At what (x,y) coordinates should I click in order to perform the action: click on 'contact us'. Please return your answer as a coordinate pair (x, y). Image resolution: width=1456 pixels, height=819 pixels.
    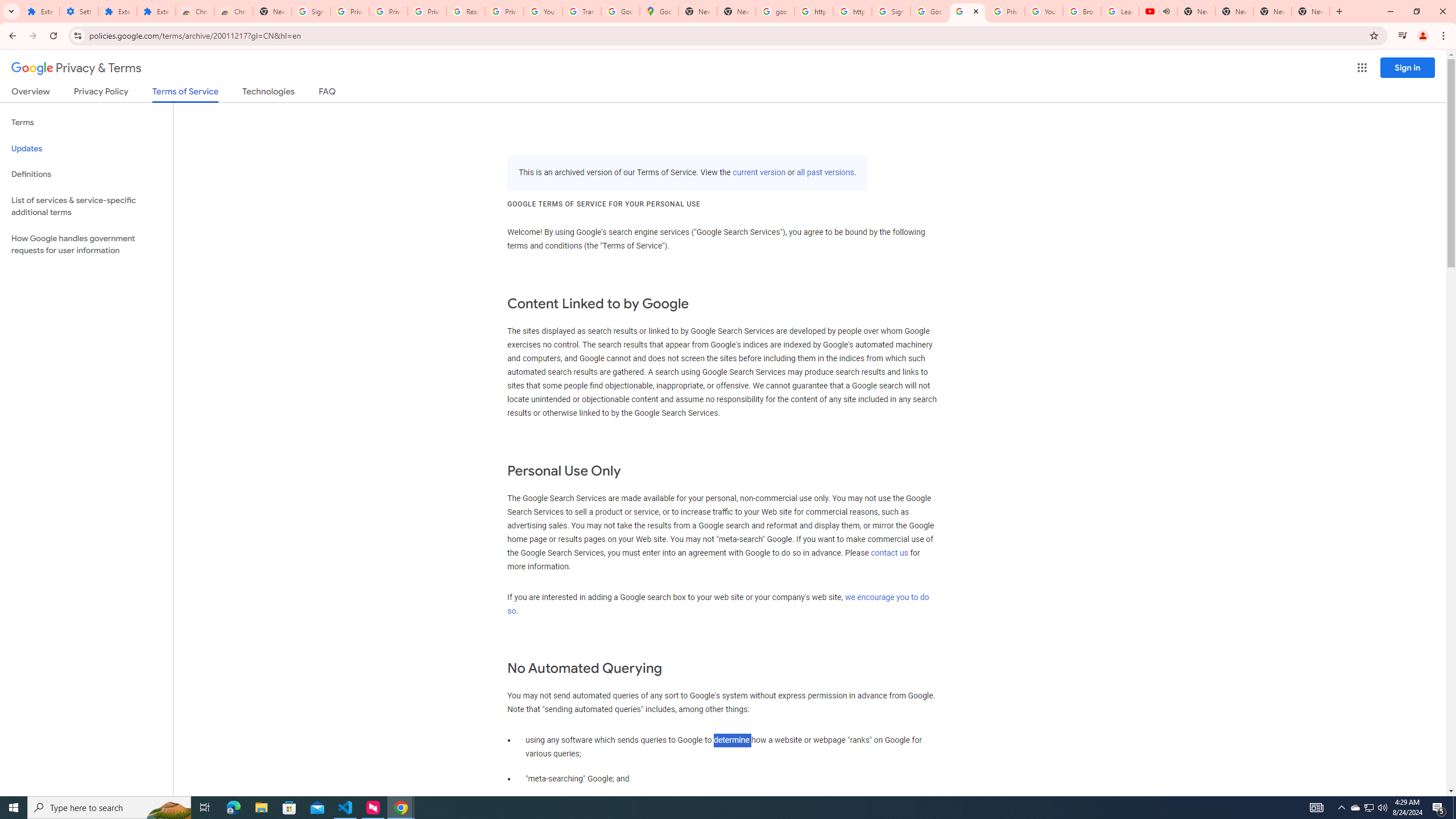
    Looking at the image, I should click on (890, 553).